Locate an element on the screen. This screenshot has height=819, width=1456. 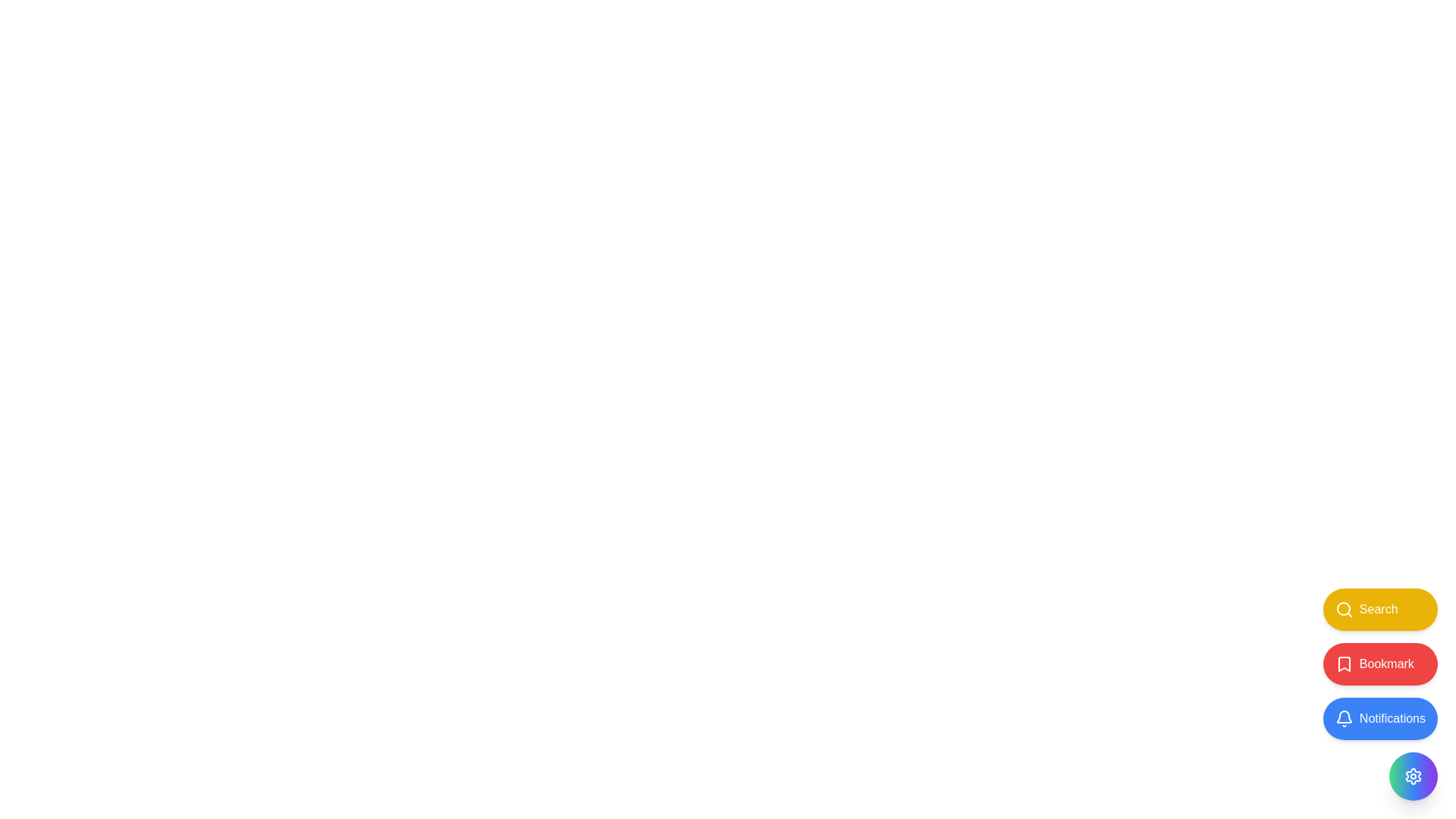
the textual label inside the yellow 'Search' button, which indicates its functionality as a search trigger is located at coordinates (1379, 608).